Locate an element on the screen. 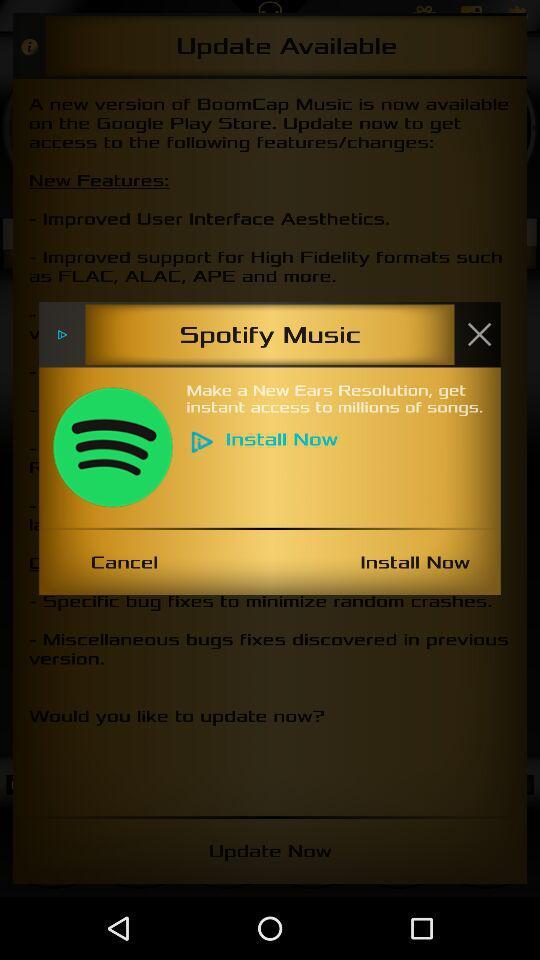  the item next to install now is located at coordinates (124, 562).